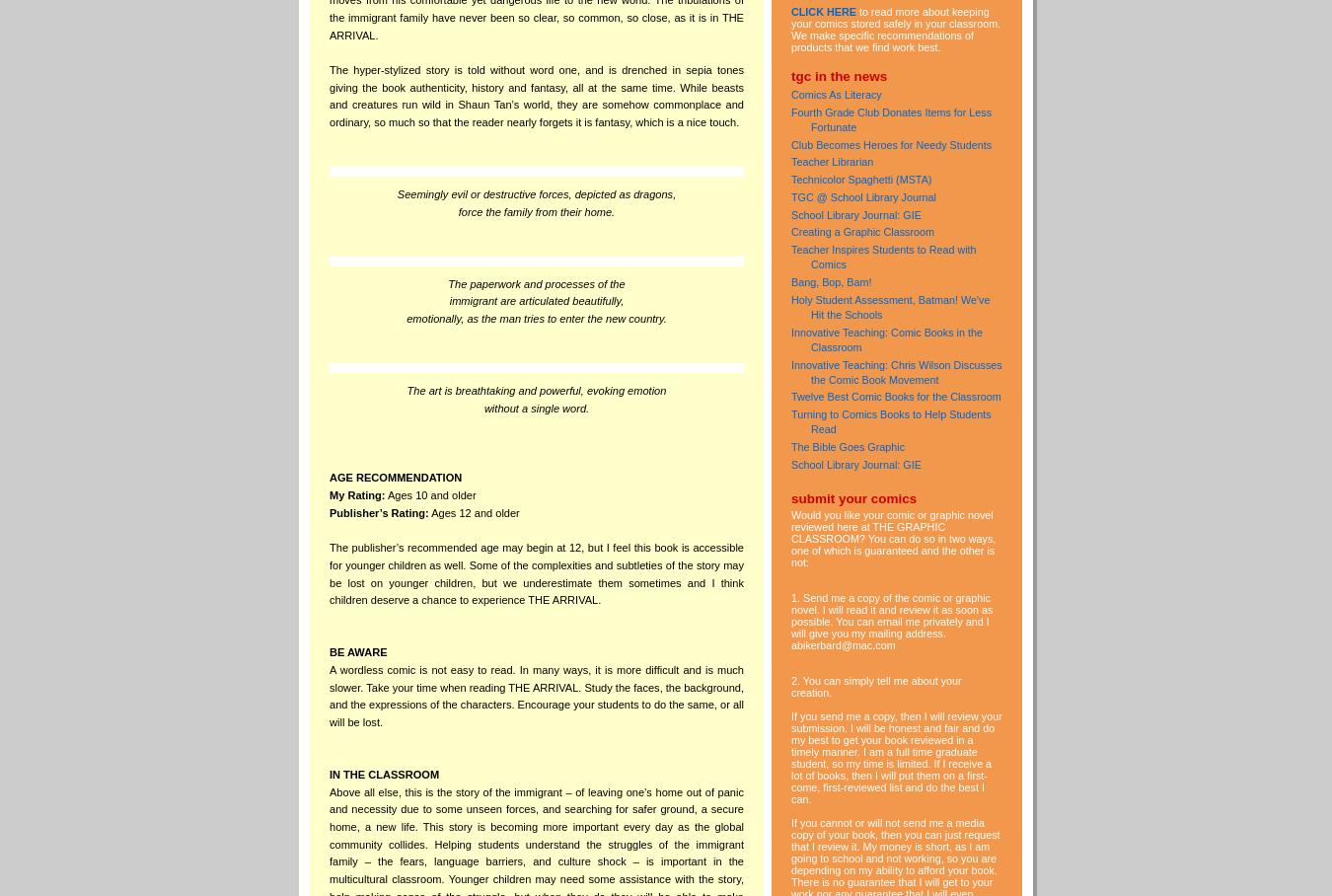  What do you see at coordinates (395, 476) in the screenshot?
I see `'AGE RECOMMENDATION'` at bounding box center [395, 476].